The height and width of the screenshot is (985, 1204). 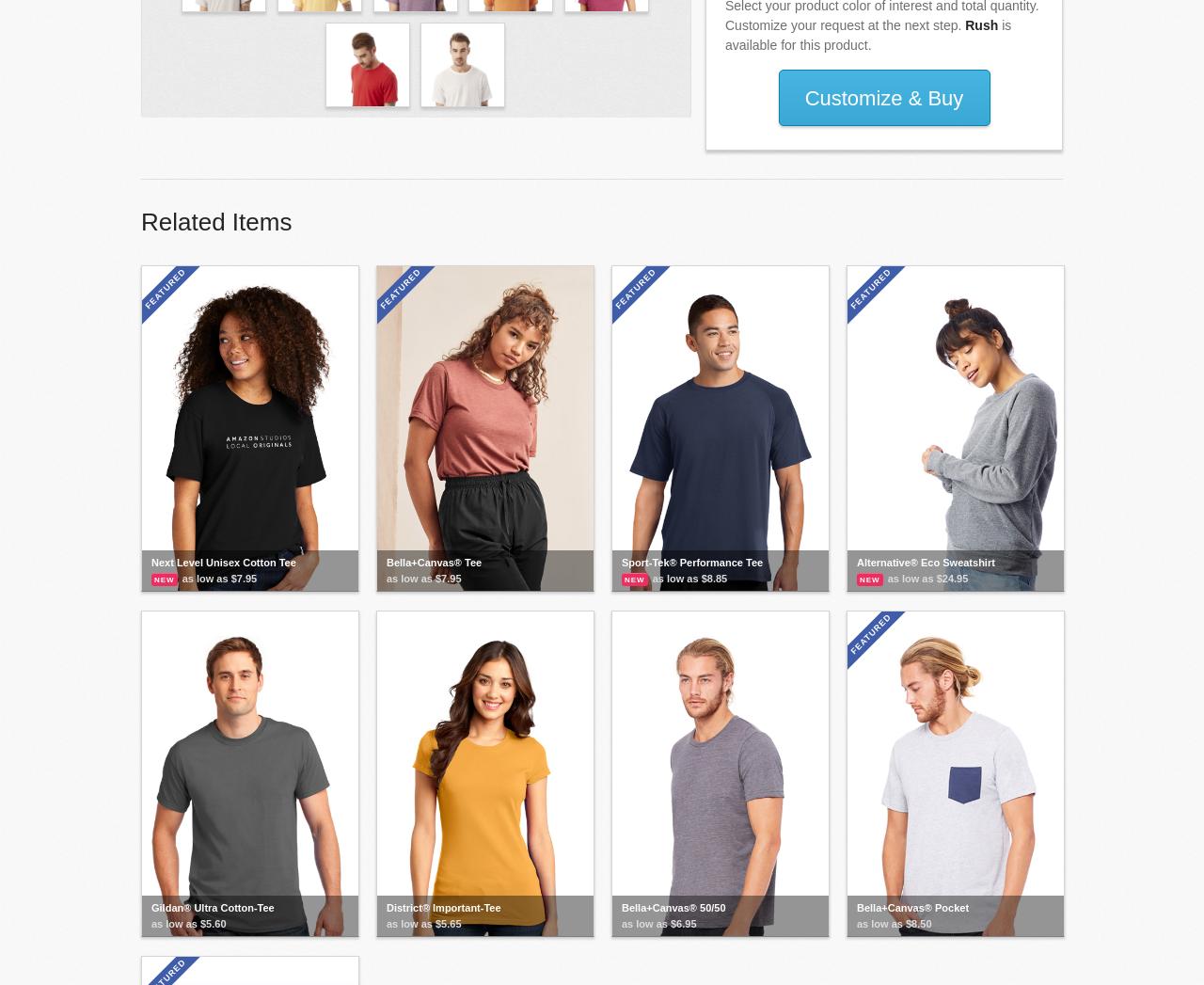 I want to click on 'Gildan® Ultra Cotton-Tee', so click(x=213, y=907).